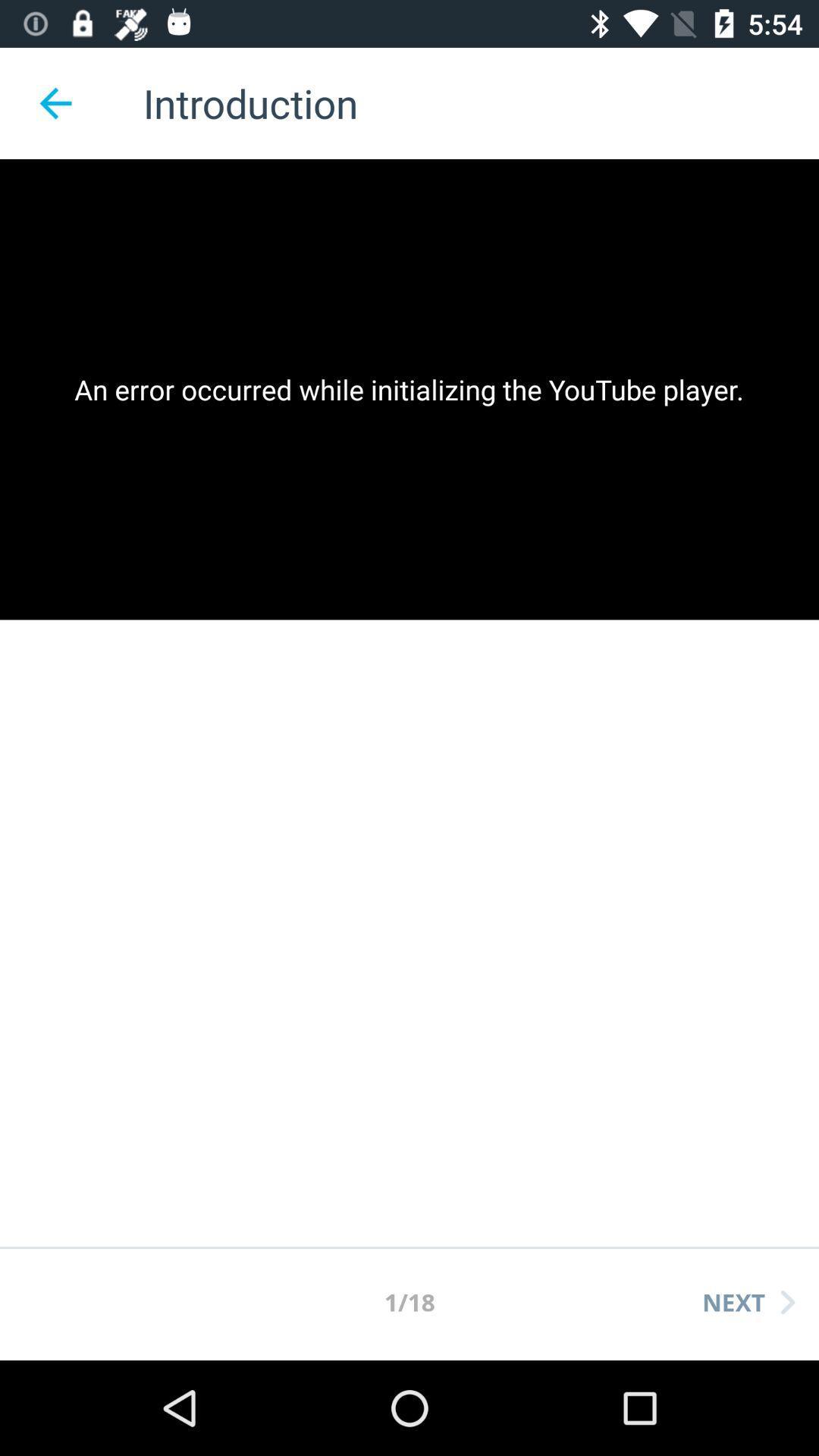 This screenshot has width=819, height=1456. What do you see at coordinates (748, 1301) in the screenshot?
I see `icon below an error occurred app` at bounding box center [748, 1301].